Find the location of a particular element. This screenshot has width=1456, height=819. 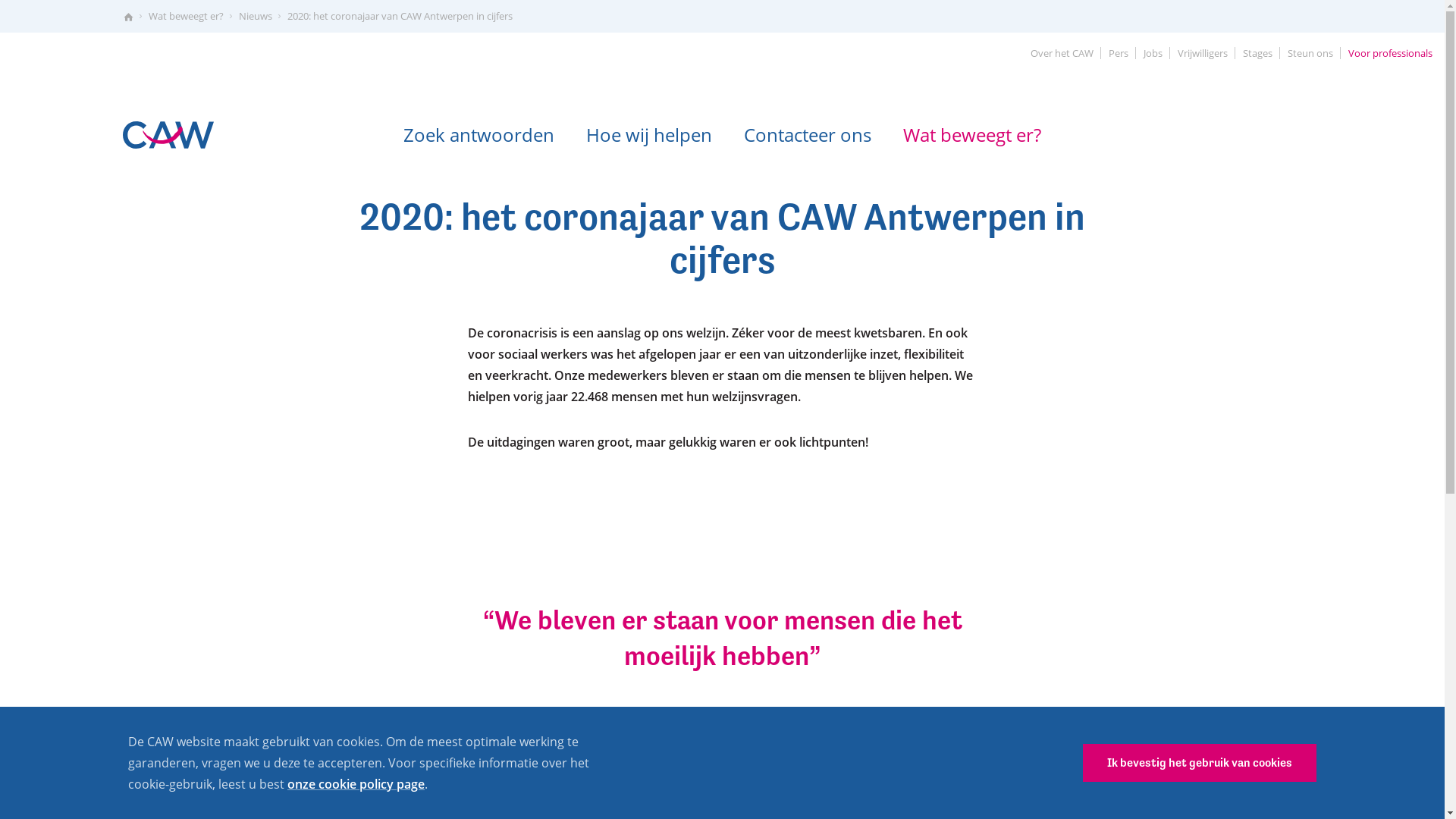

'Zoek antwoorden' is located at coordinates (389, 133).